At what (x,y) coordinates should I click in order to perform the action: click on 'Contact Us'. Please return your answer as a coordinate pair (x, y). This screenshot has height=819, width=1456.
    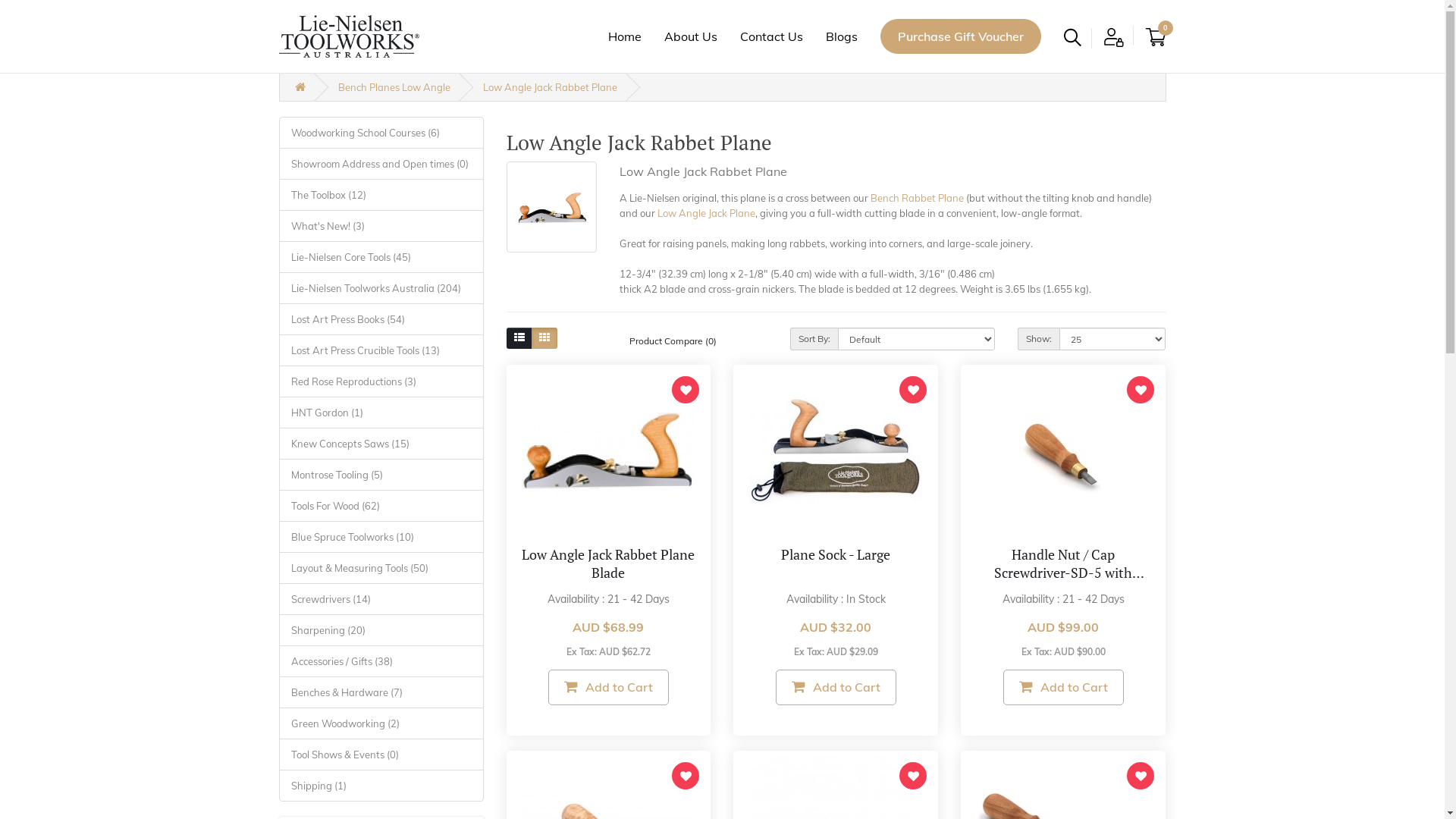
    Looking at the image, I should click on (771, 35).